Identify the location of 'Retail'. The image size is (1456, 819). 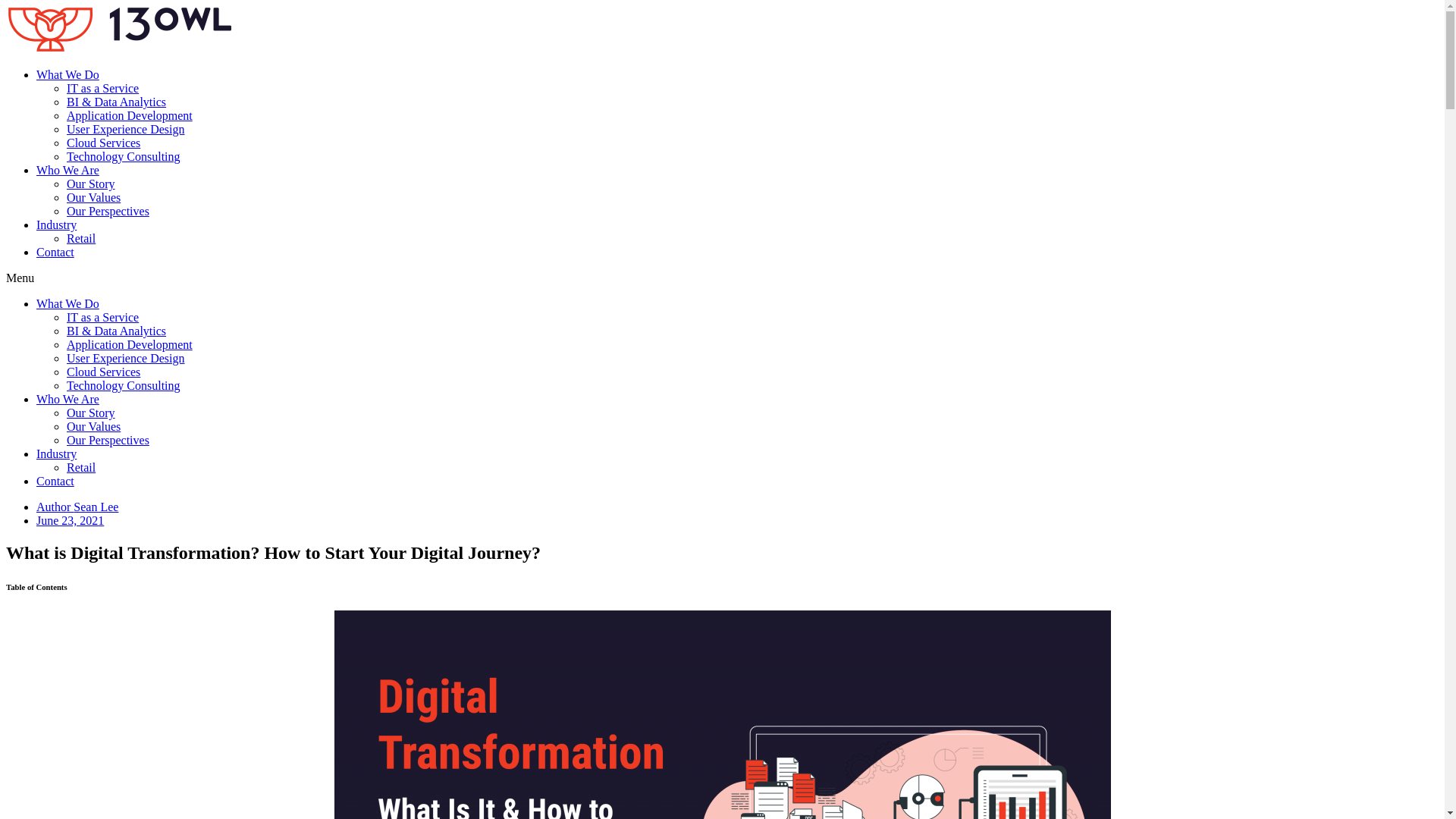
(80, 466).